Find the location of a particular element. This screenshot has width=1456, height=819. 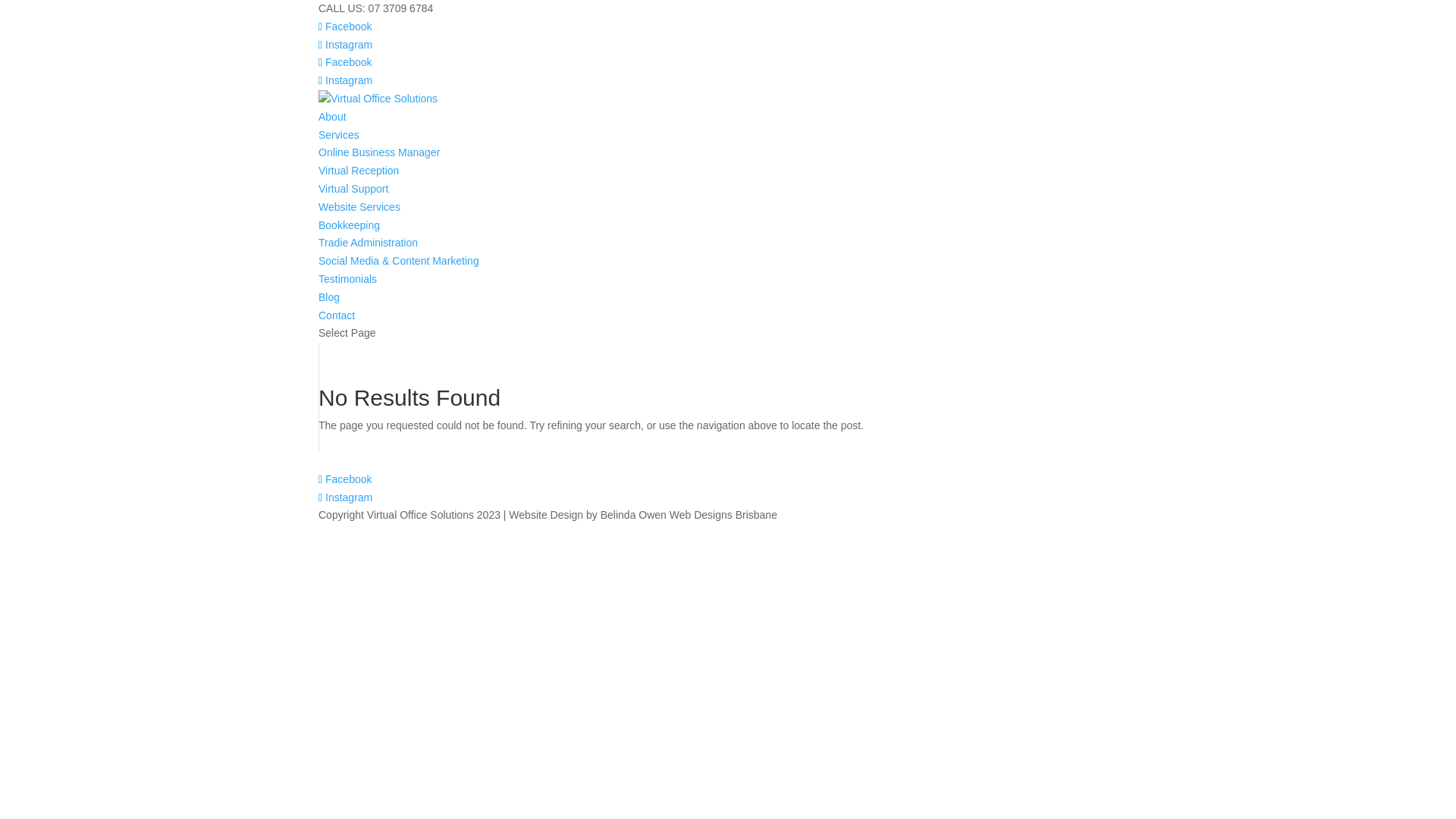

'Testimonials' is located at coordinates (318, 278).